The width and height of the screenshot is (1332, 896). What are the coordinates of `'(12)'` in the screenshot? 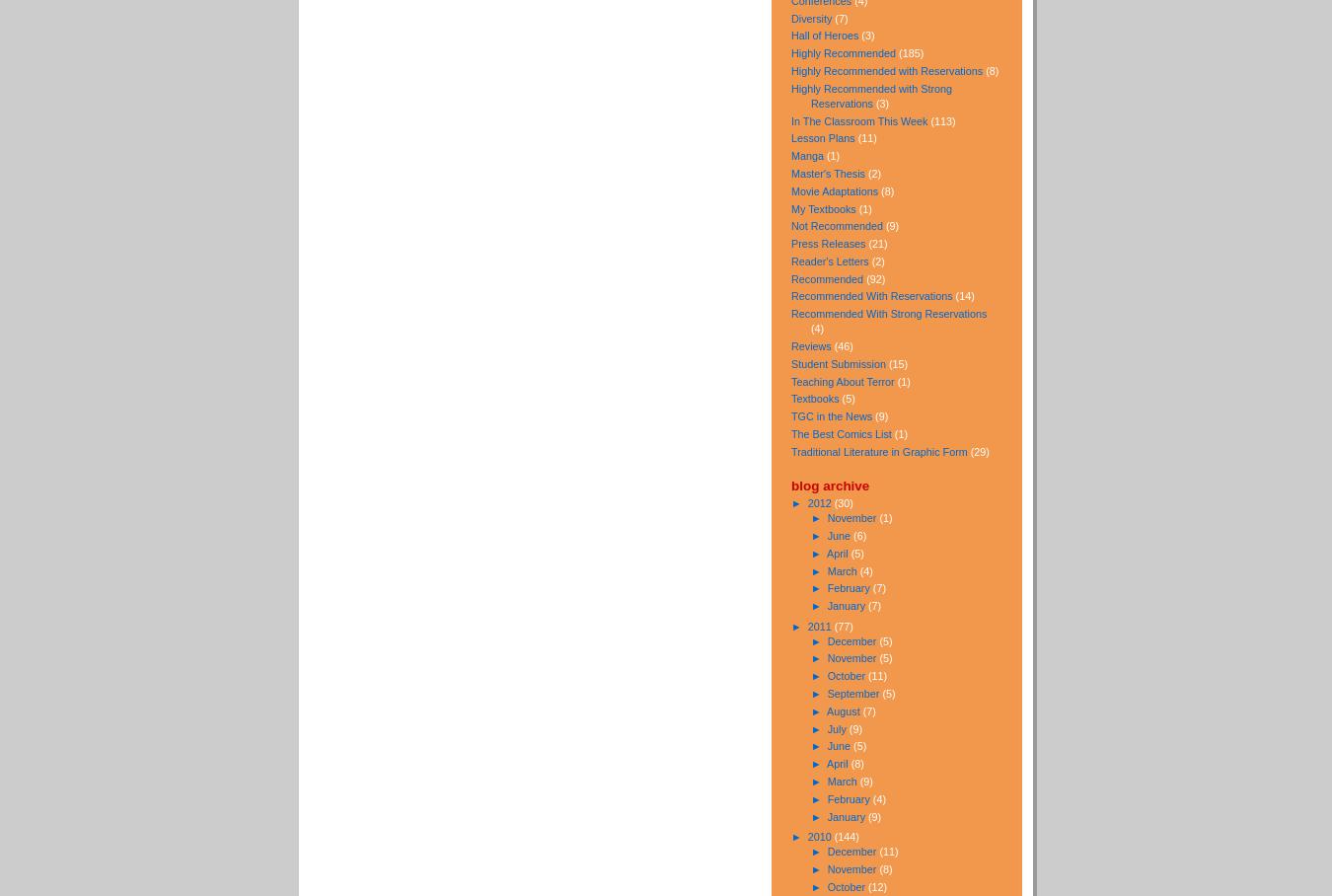 It's located at (877, 886).